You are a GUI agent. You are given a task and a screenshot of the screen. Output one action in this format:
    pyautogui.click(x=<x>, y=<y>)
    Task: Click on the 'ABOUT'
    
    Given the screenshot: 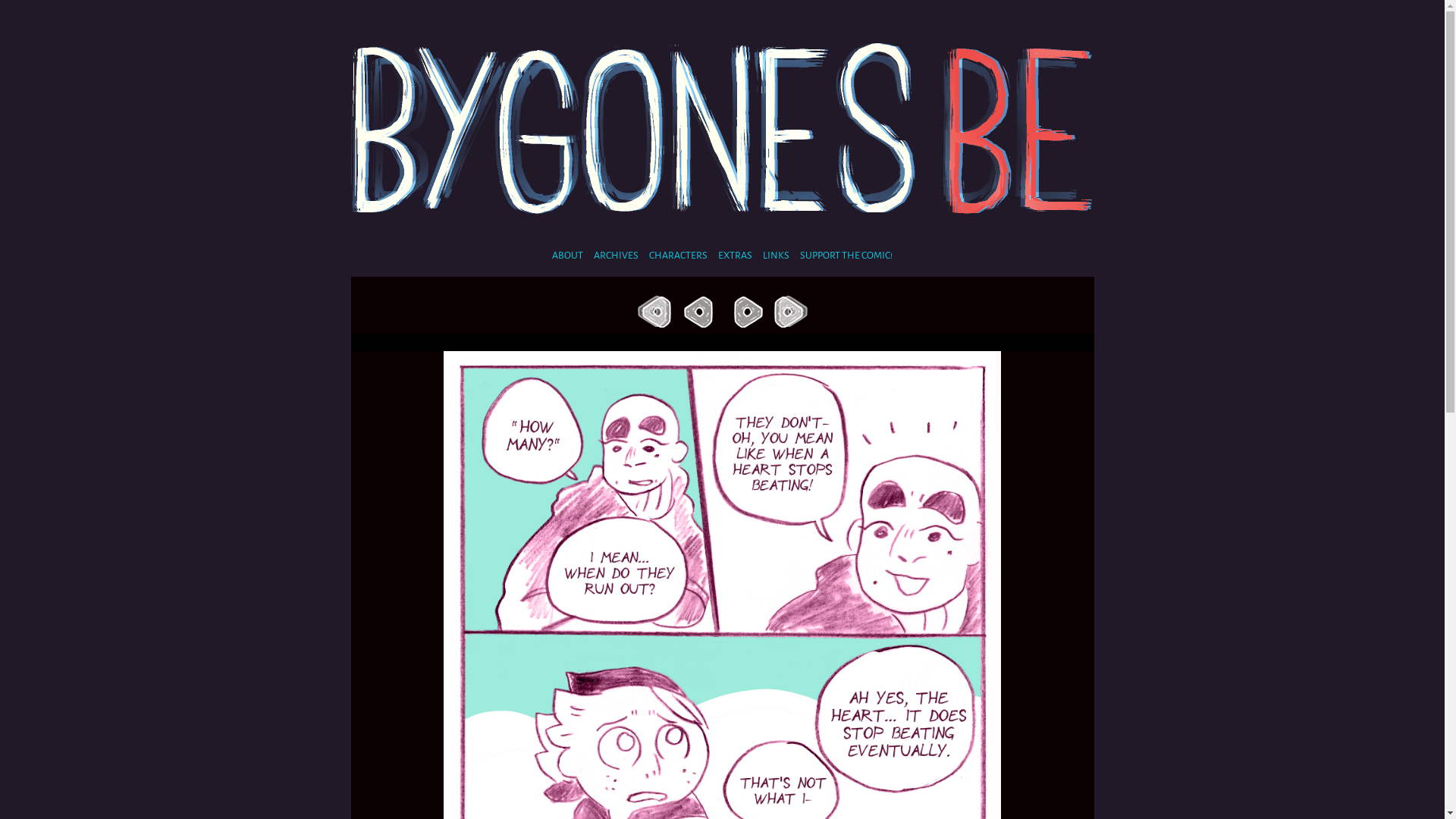 What is the action you would take?
    pyautogui.click(x=546, y=255)
    